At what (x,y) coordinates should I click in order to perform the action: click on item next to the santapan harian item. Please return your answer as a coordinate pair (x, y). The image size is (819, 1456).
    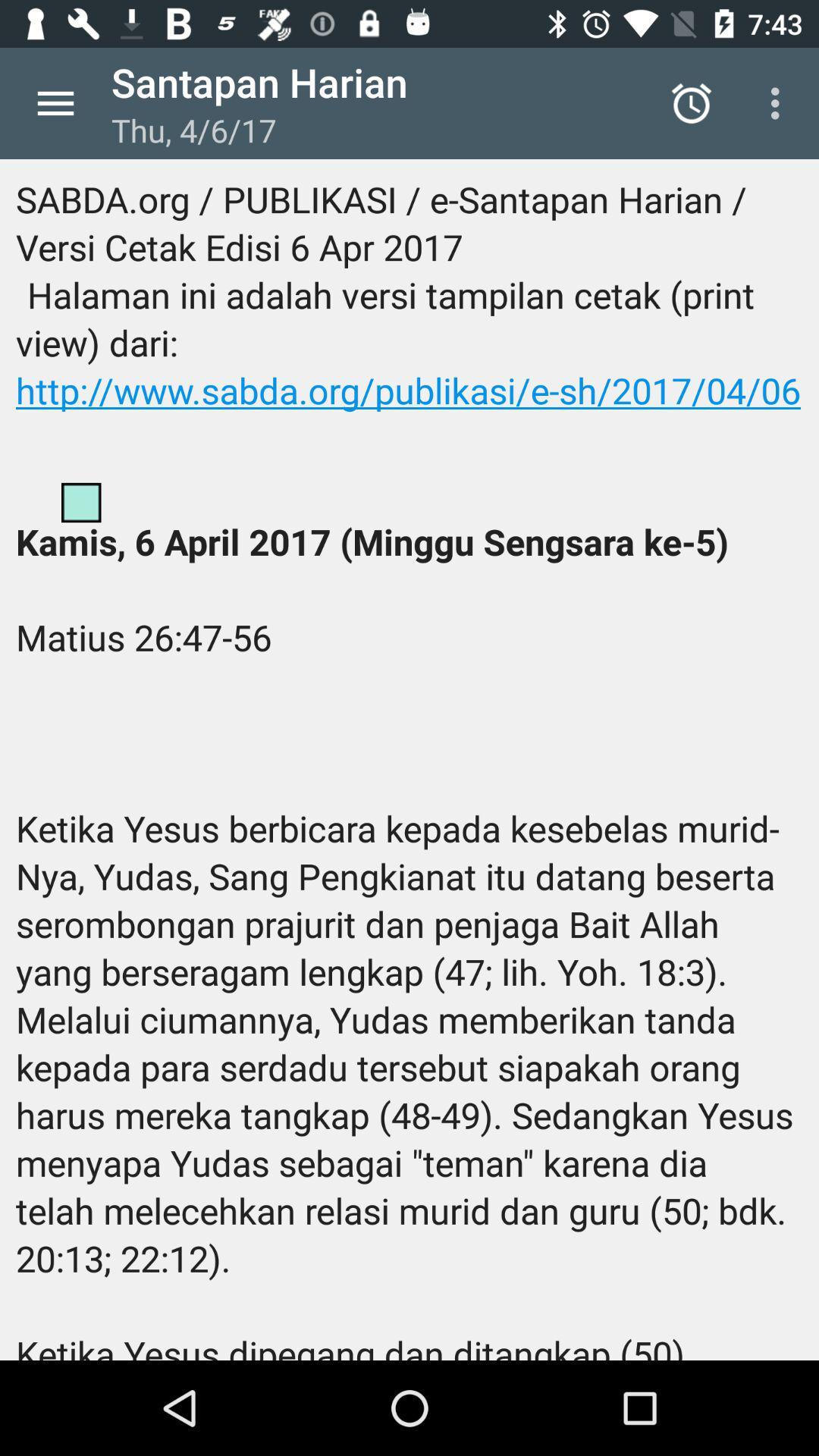
    Looking at the image, I should click on (691, 102).